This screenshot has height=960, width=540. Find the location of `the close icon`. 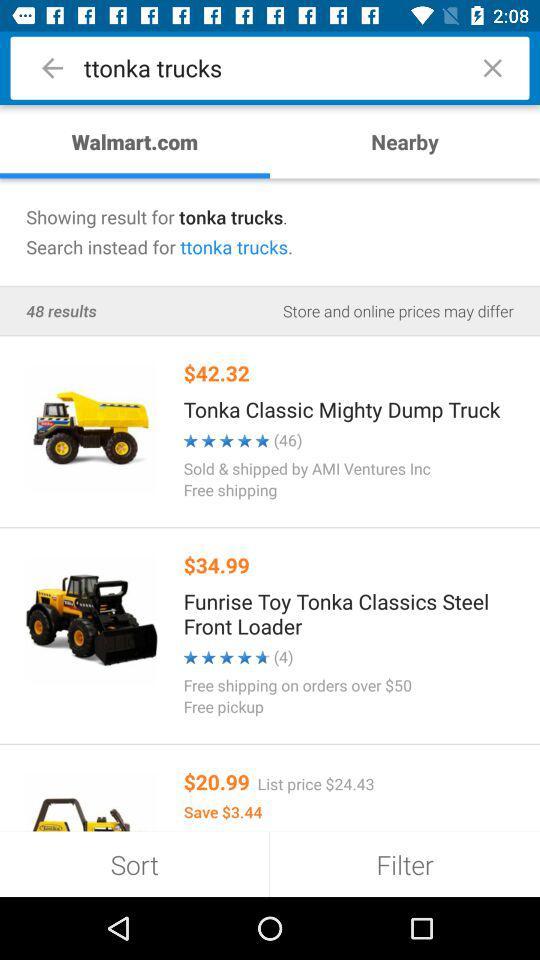

the close icon is located at coordinates (491, 68).